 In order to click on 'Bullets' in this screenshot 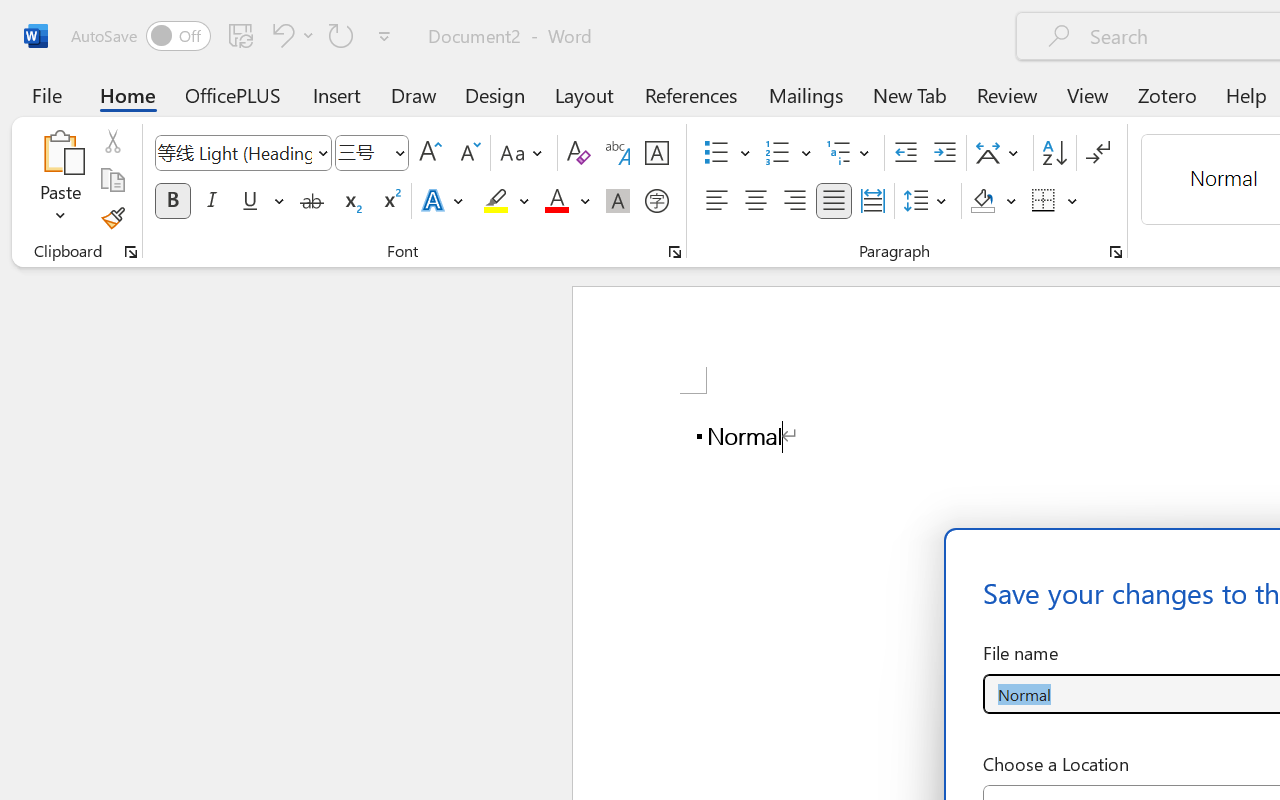, I will do `click(726, 153)`.